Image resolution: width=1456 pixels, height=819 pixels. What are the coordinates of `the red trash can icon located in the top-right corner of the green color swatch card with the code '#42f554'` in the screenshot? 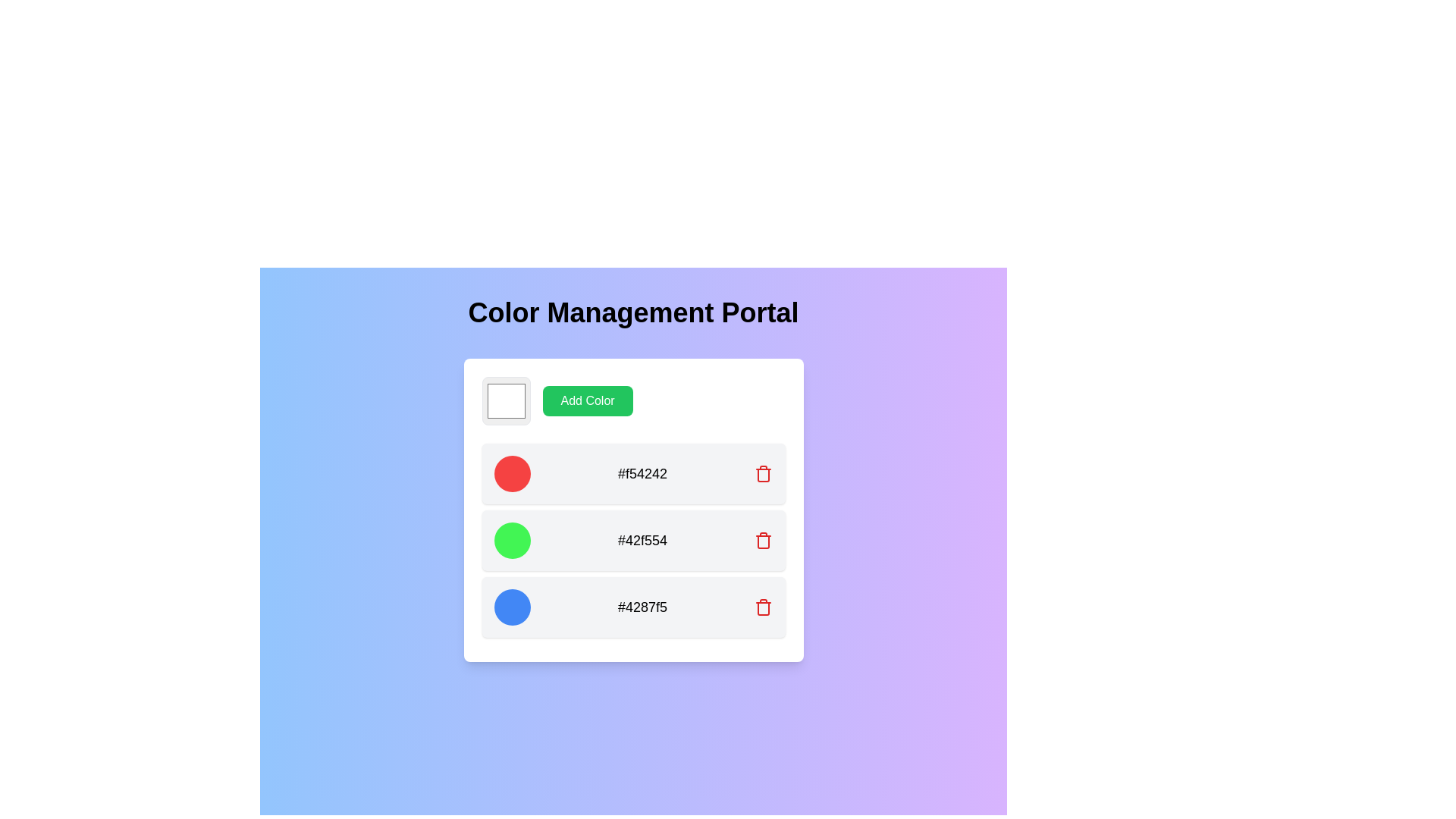 It's located at (764, 540).